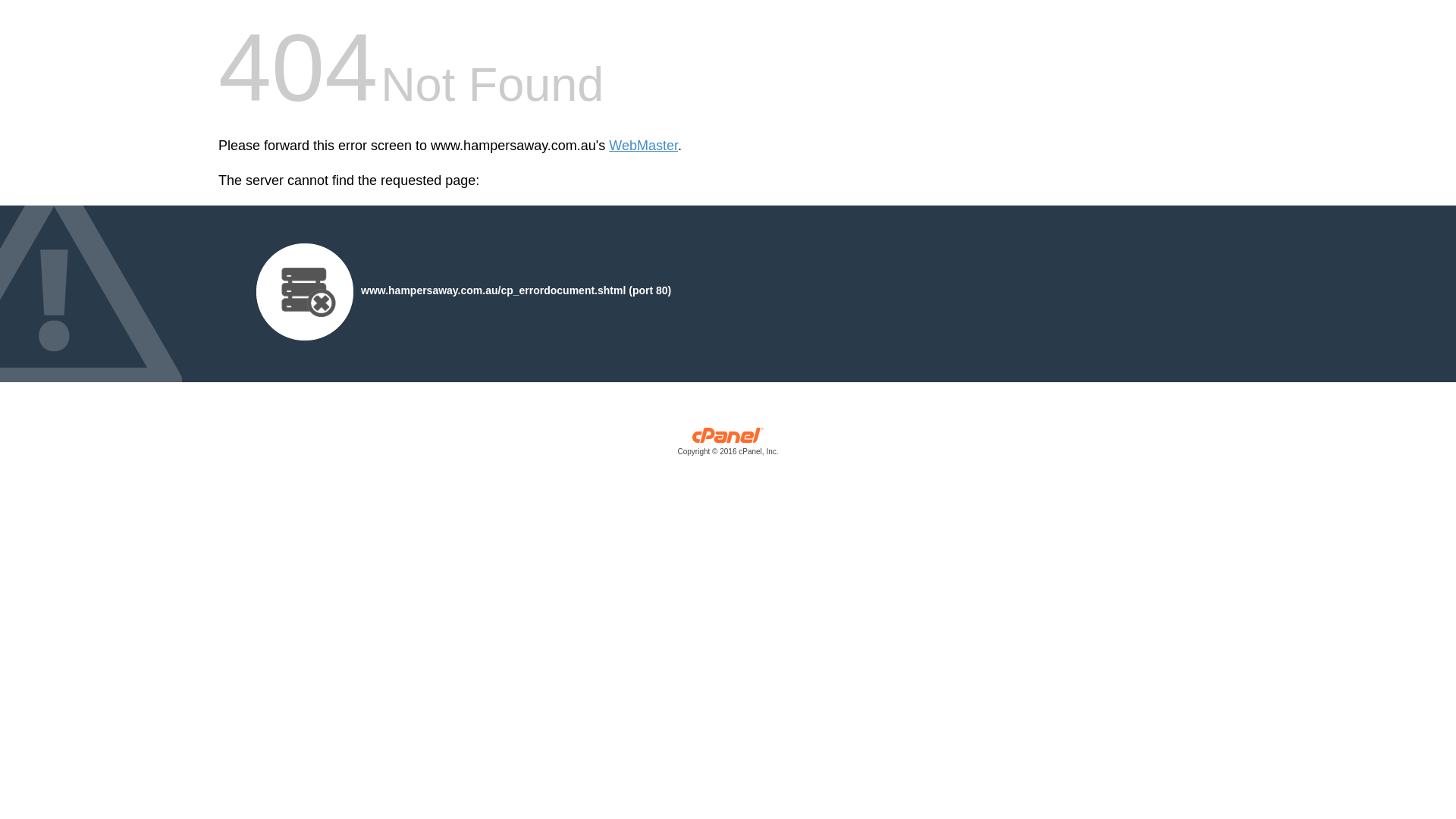 The image size is (1456, 819). I want to click on 'WebMaster', so click(643, 146).